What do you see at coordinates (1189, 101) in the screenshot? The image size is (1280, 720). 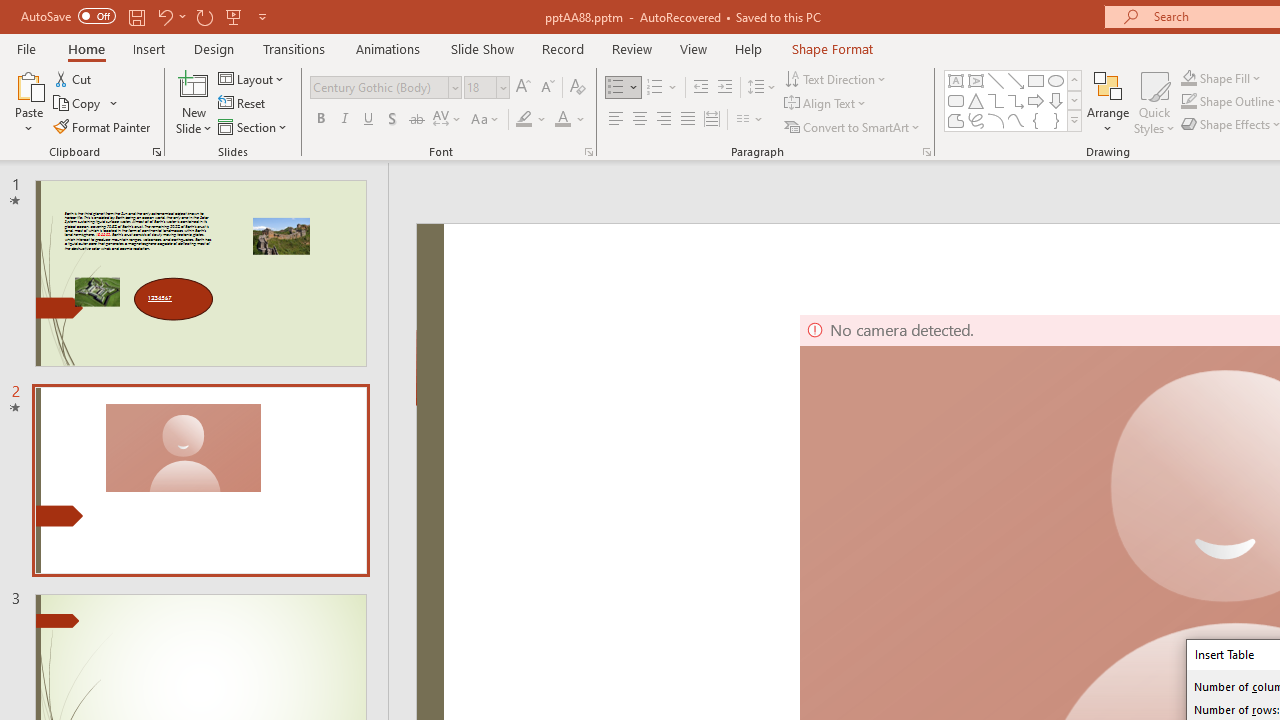 I see `'Shape Outline Teal, Accent 1'` at bounding box center [1189, 101].